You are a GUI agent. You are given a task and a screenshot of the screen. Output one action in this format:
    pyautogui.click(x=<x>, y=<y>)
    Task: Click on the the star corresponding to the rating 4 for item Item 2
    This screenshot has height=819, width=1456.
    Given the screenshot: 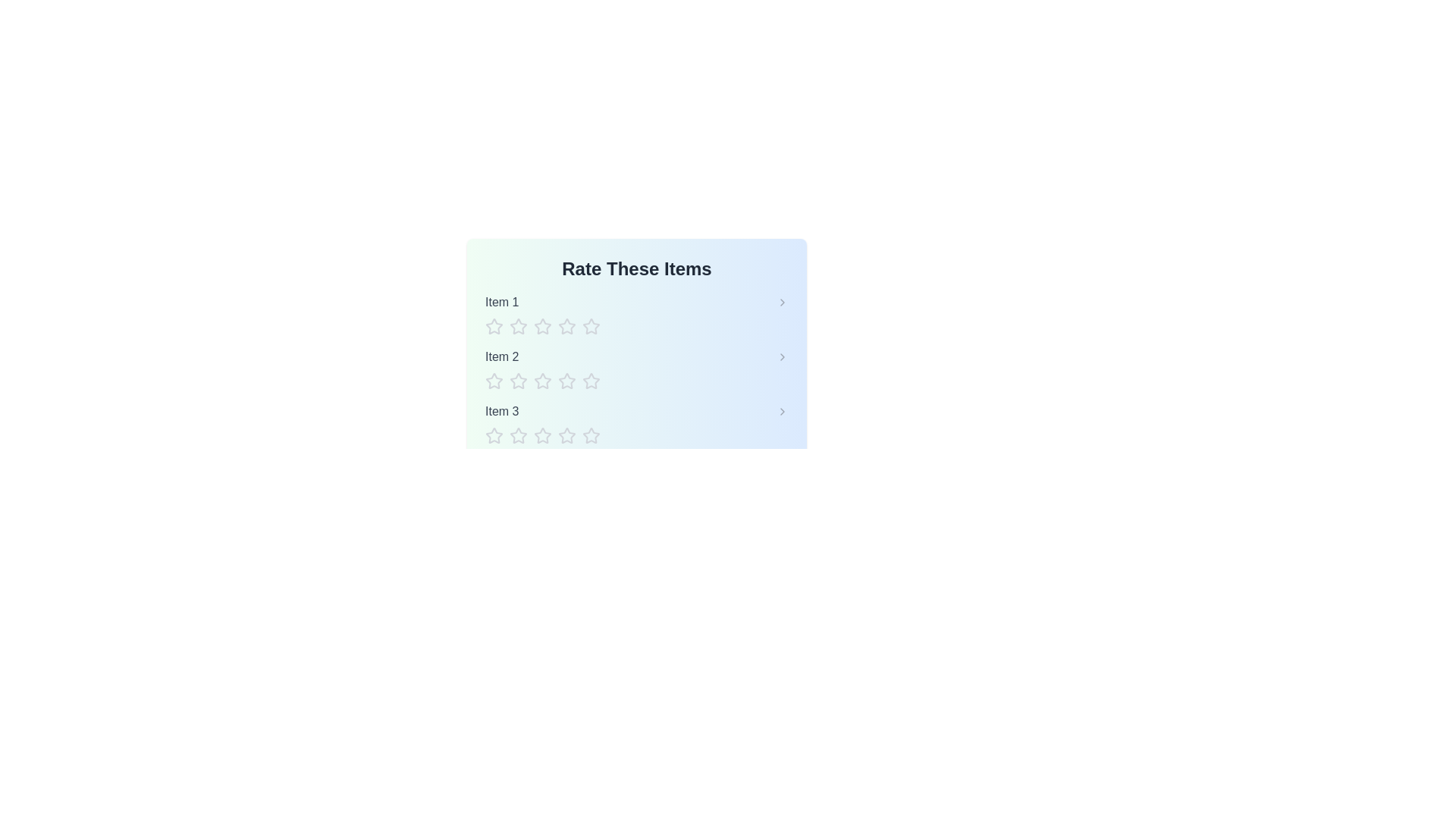 What is the action you would take?
    pyautogui.click(x=566, y=380)
    